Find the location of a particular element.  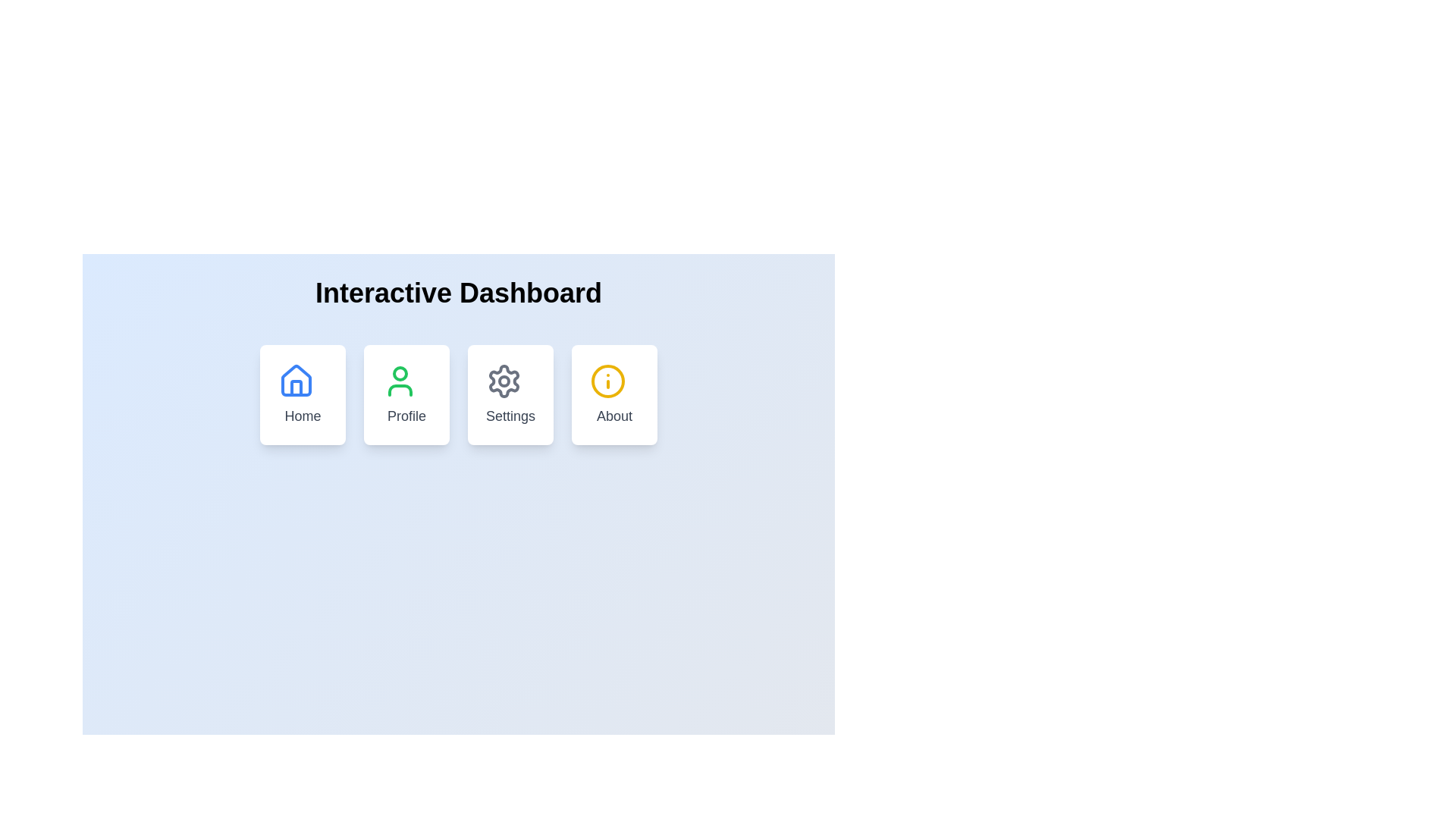

the decorative graphic element centered within the 'About' icon at the bottom-right of the main user interface is located at coordinates (607, 380).